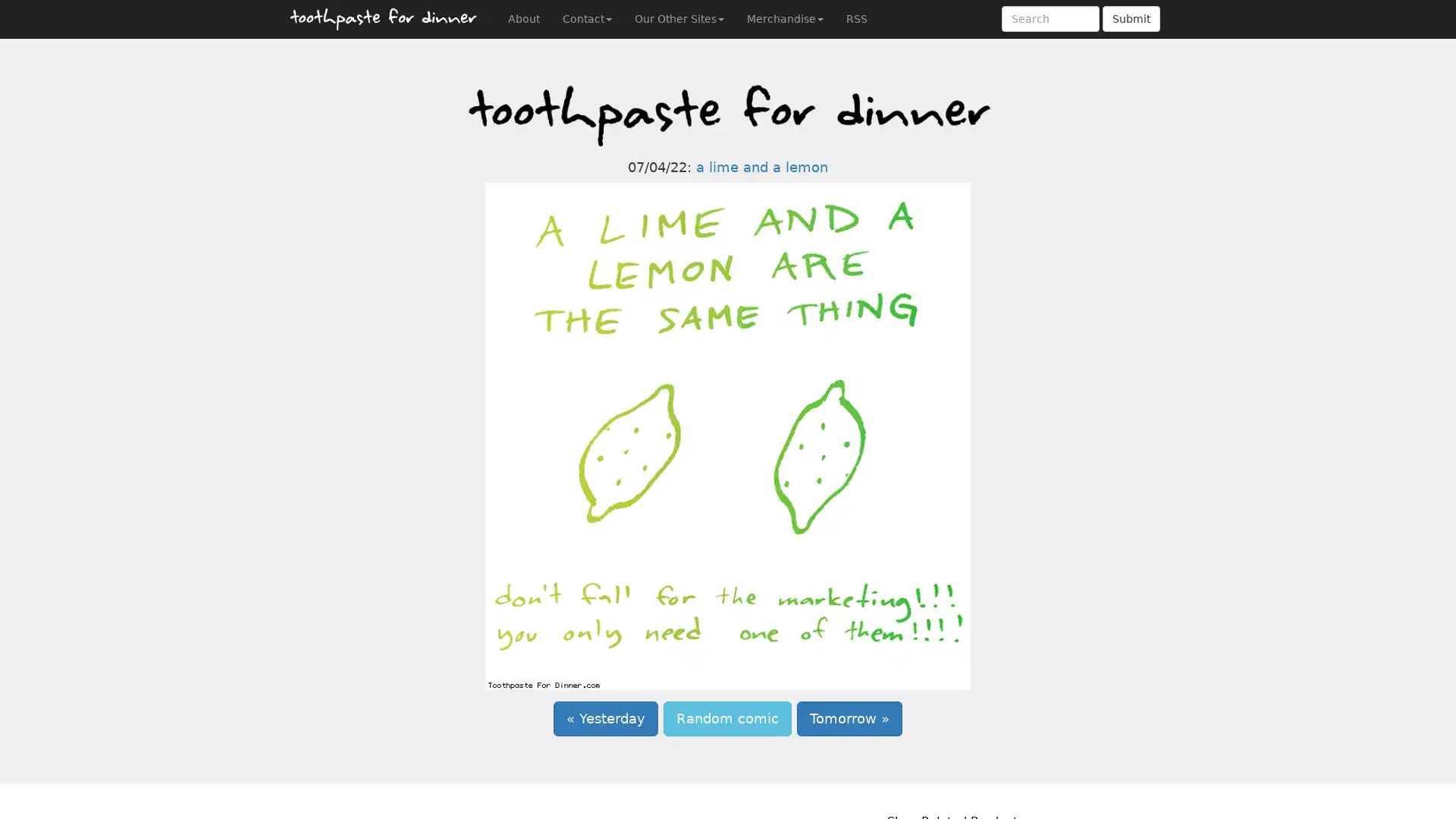 This screenshot has width=1456, height=819. I want to click on Yesterday, so click(604, 718).